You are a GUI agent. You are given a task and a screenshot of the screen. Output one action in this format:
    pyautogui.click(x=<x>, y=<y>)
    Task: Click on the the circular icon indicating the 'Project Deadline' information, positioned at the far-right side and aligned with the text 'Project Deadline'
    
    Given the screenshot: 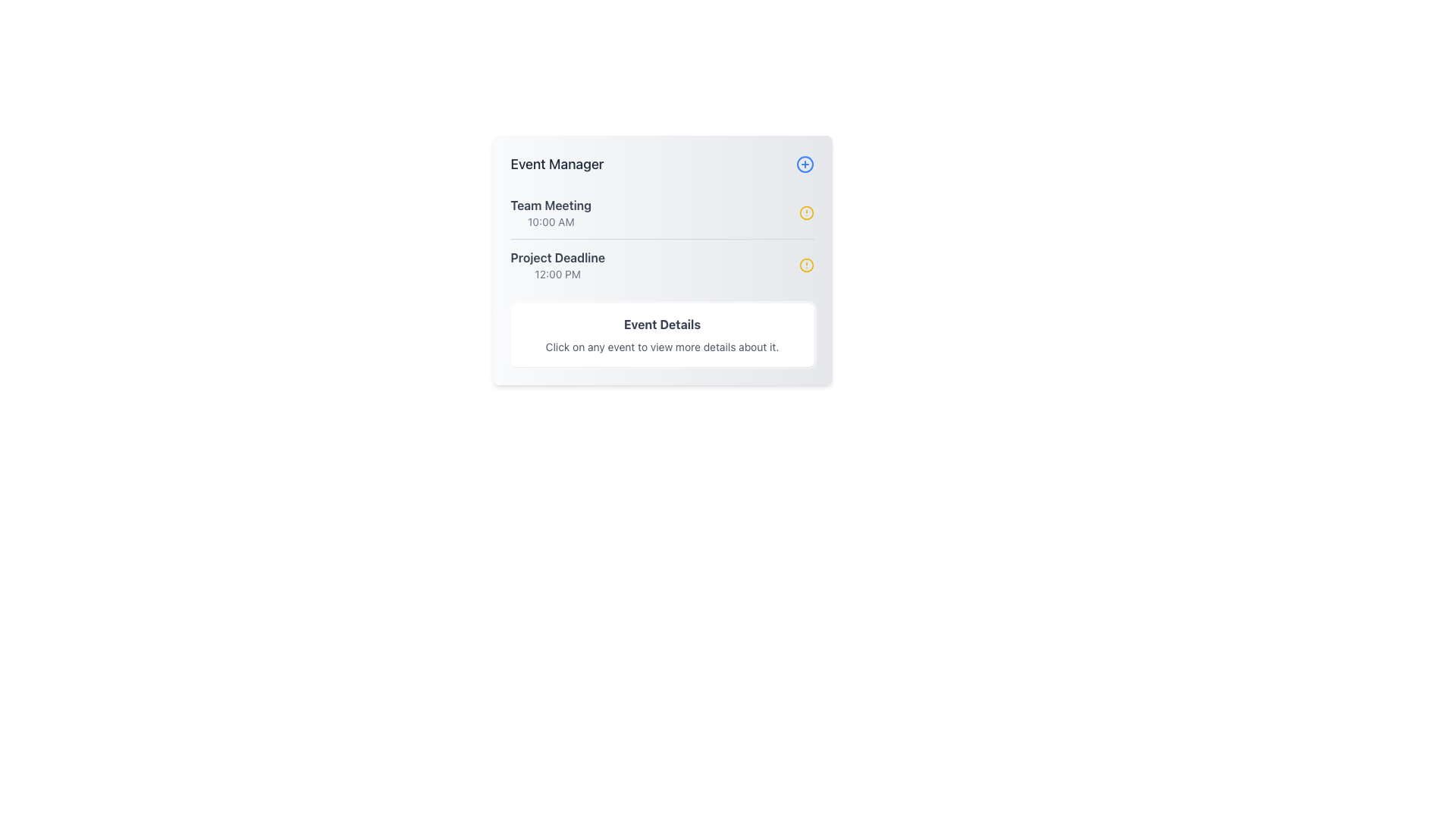 What is the action you would take?
    pyautogui.click(x=805, y=265)
    